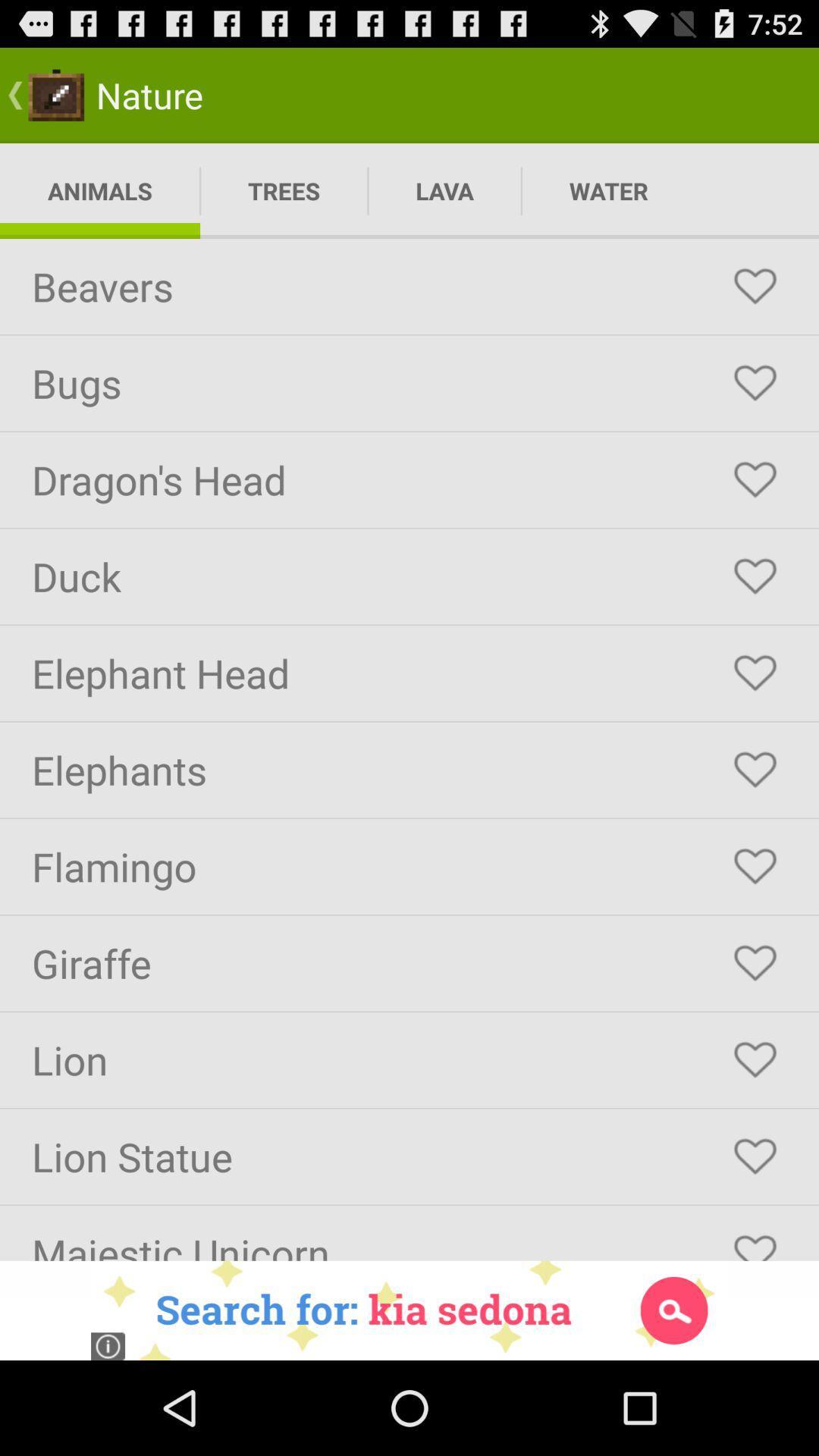  What do you see at coordinates (755, 866) in the screenshot?
I see `to favorites` at bounding box center [755, 866].